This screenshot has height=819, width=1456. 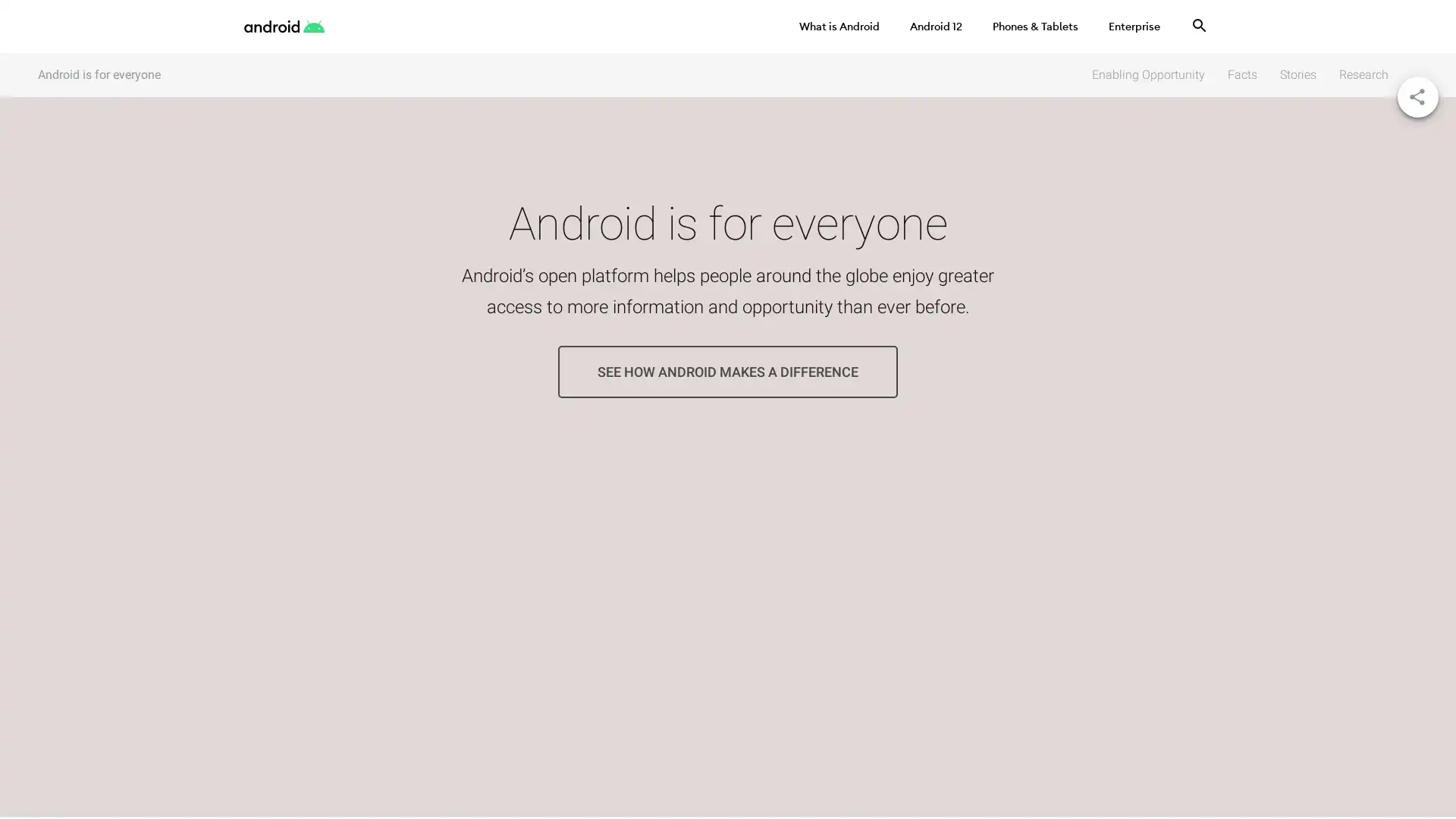 I want to click on Share, so click(x=1417, y=96).